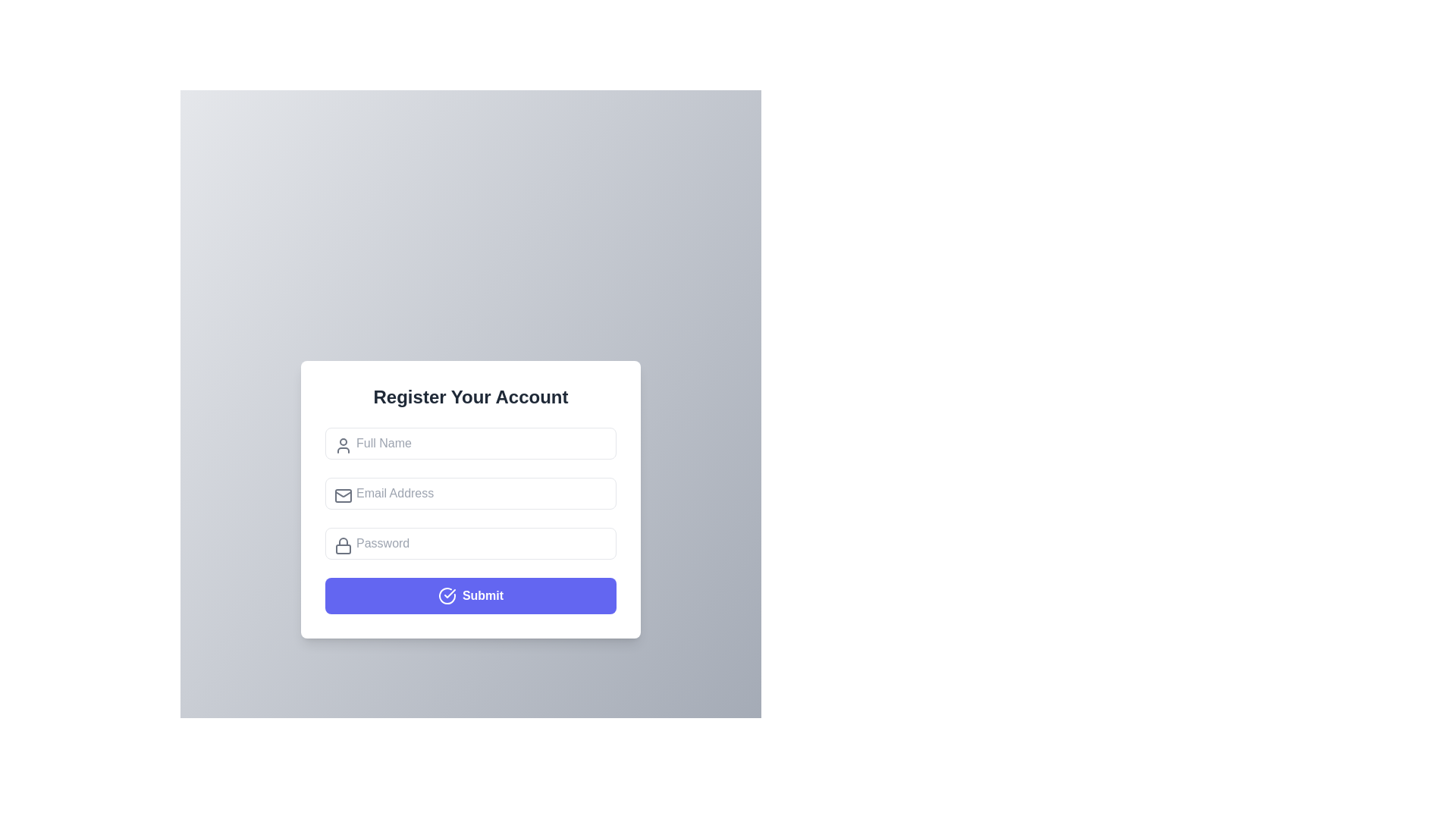  I want to click on the email envelope icon located to the left of the 'Email Address' input field in the 'Register Your Account' form interface, so click(342, 494).